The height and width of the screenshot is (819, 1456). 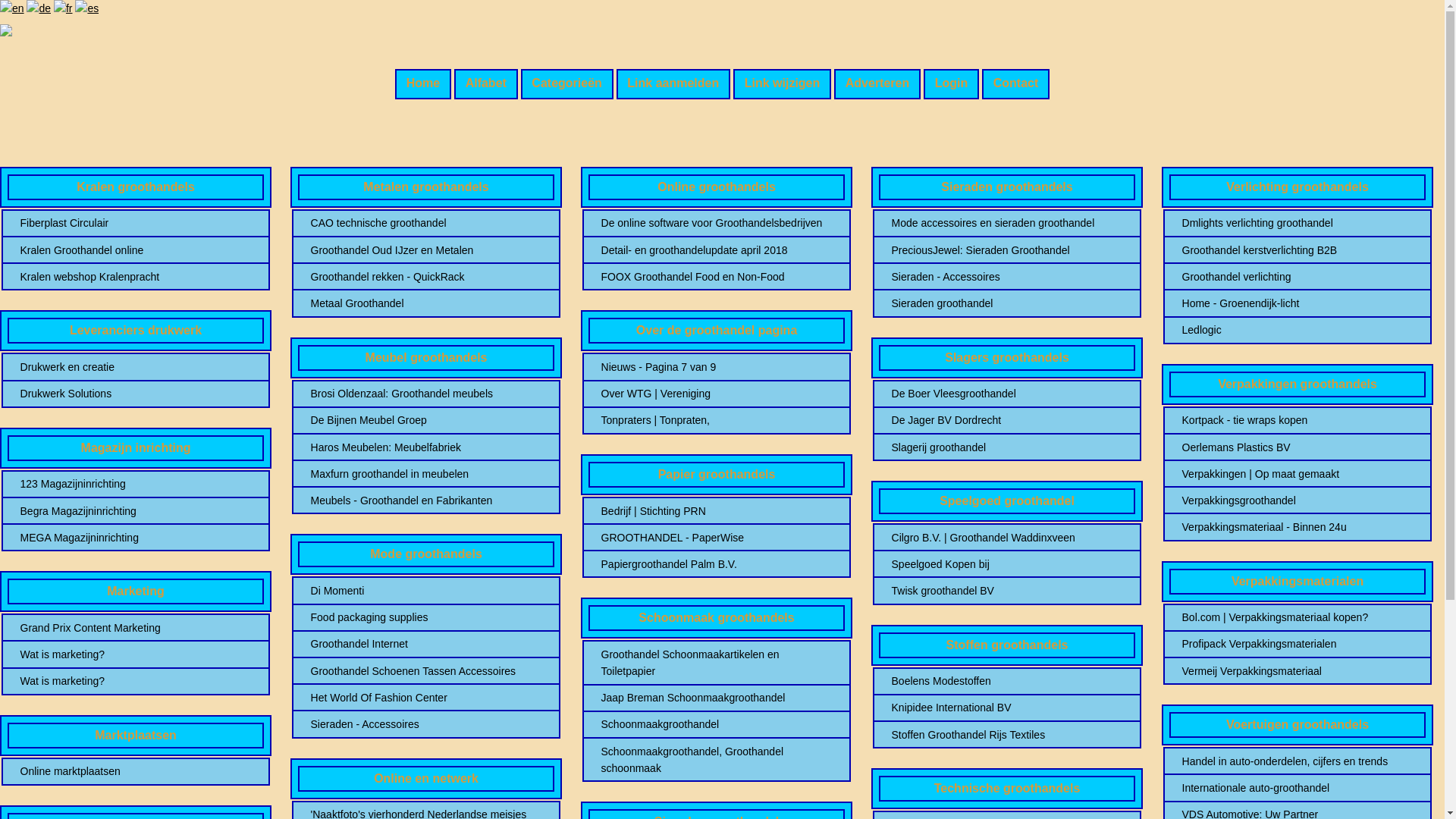 What do you see at coordinates (425, 670) in the screenshot?
I see `'Groothandel Schoenen Tassen Accessoires'` at bounding box center [425, 670].